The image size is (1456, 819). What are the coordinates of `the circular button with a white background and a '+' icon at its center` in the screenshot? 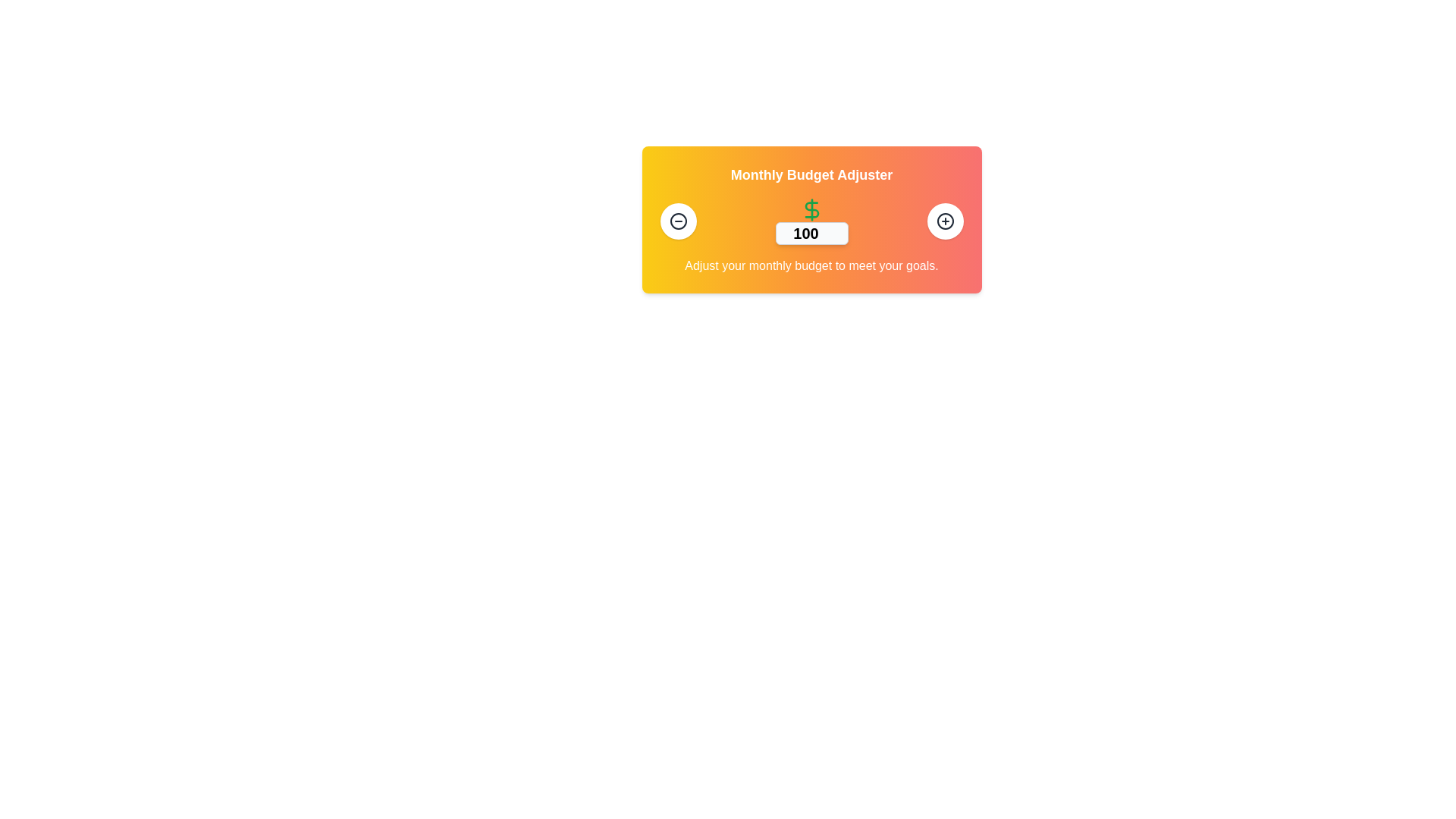 It's located at (944, 221).